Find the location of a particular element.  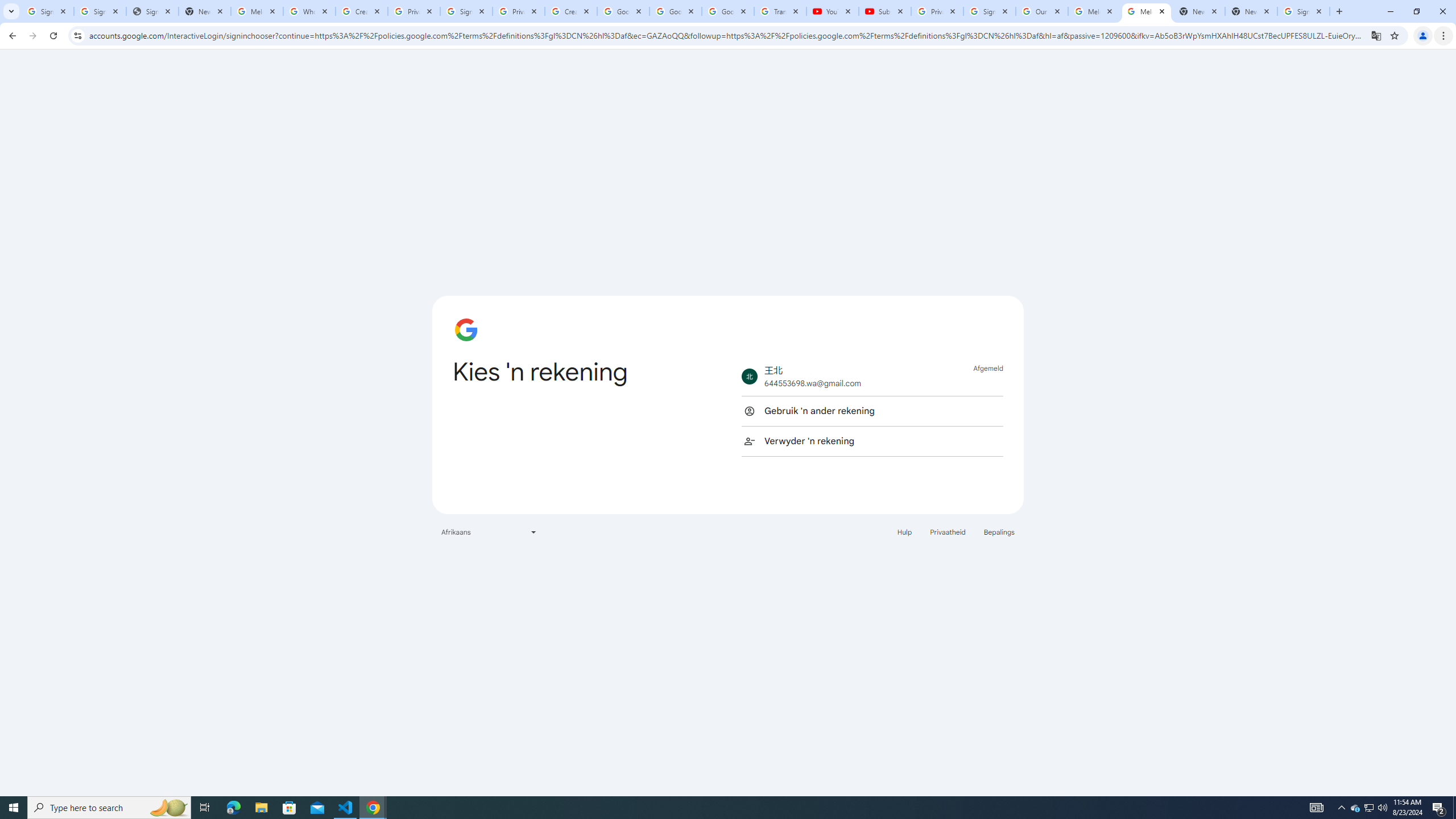

'Hulp' is located at coordinates (904, 531).